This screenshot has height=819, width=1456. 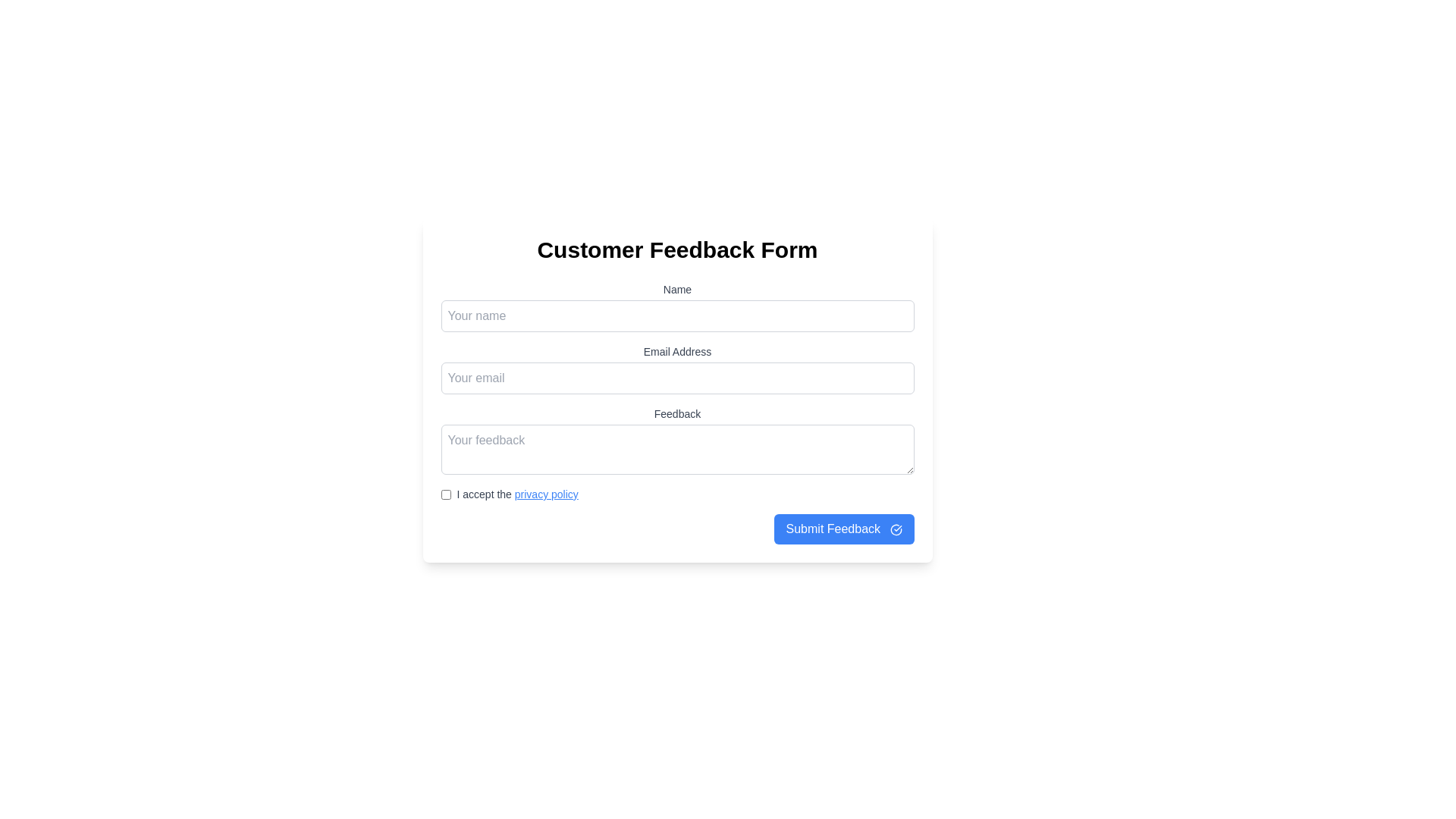 I want to click on the submit button located at the bottom-right corner of the feedback form to trigger visual changes, so click(x=843, y=529).